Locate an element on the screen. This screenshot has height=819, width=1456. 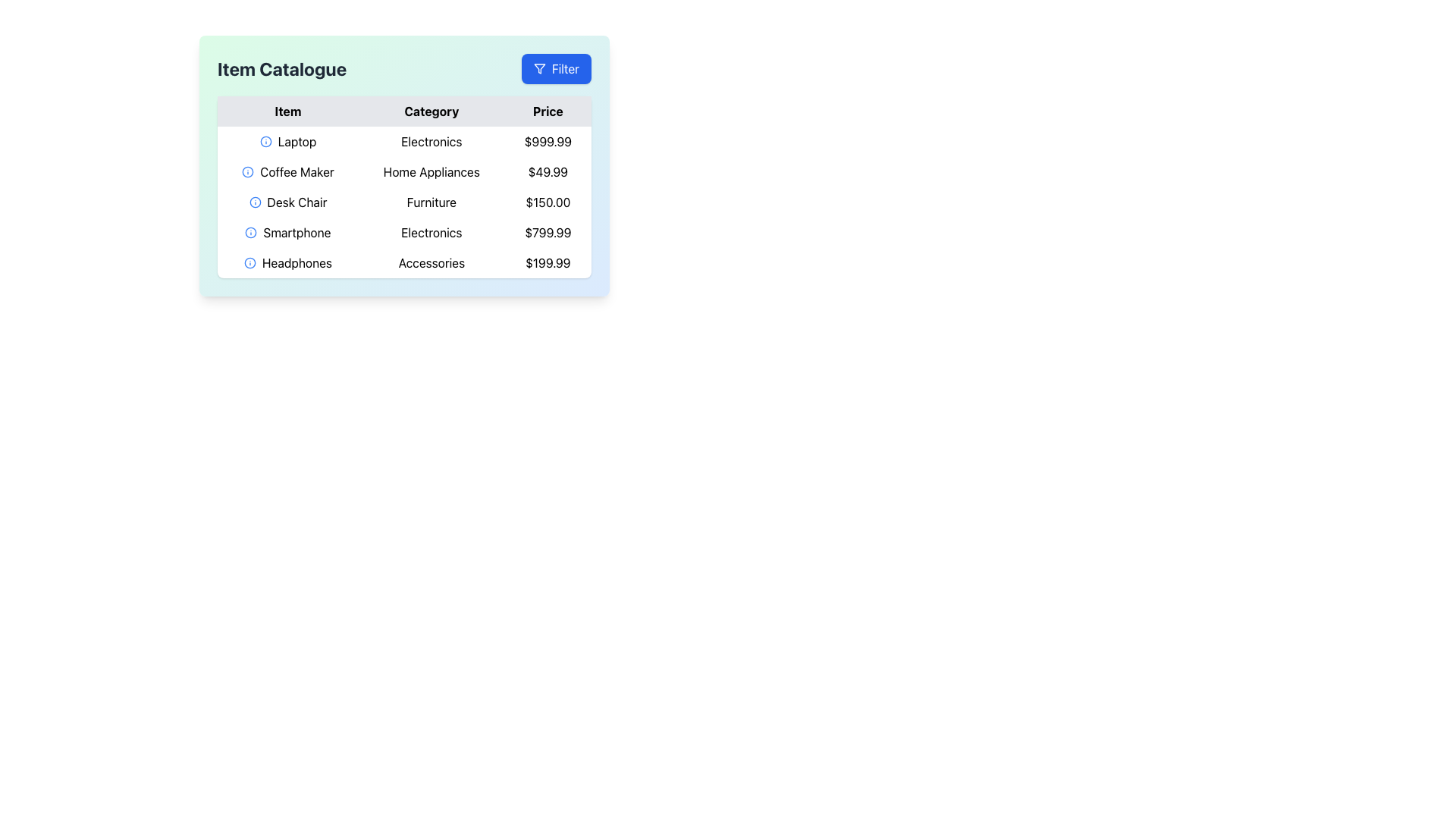
the price label displaying '$49.99' located under the 'Price' column in the 'Coffee Maker' row of the table is located at coordinates (547, 171).